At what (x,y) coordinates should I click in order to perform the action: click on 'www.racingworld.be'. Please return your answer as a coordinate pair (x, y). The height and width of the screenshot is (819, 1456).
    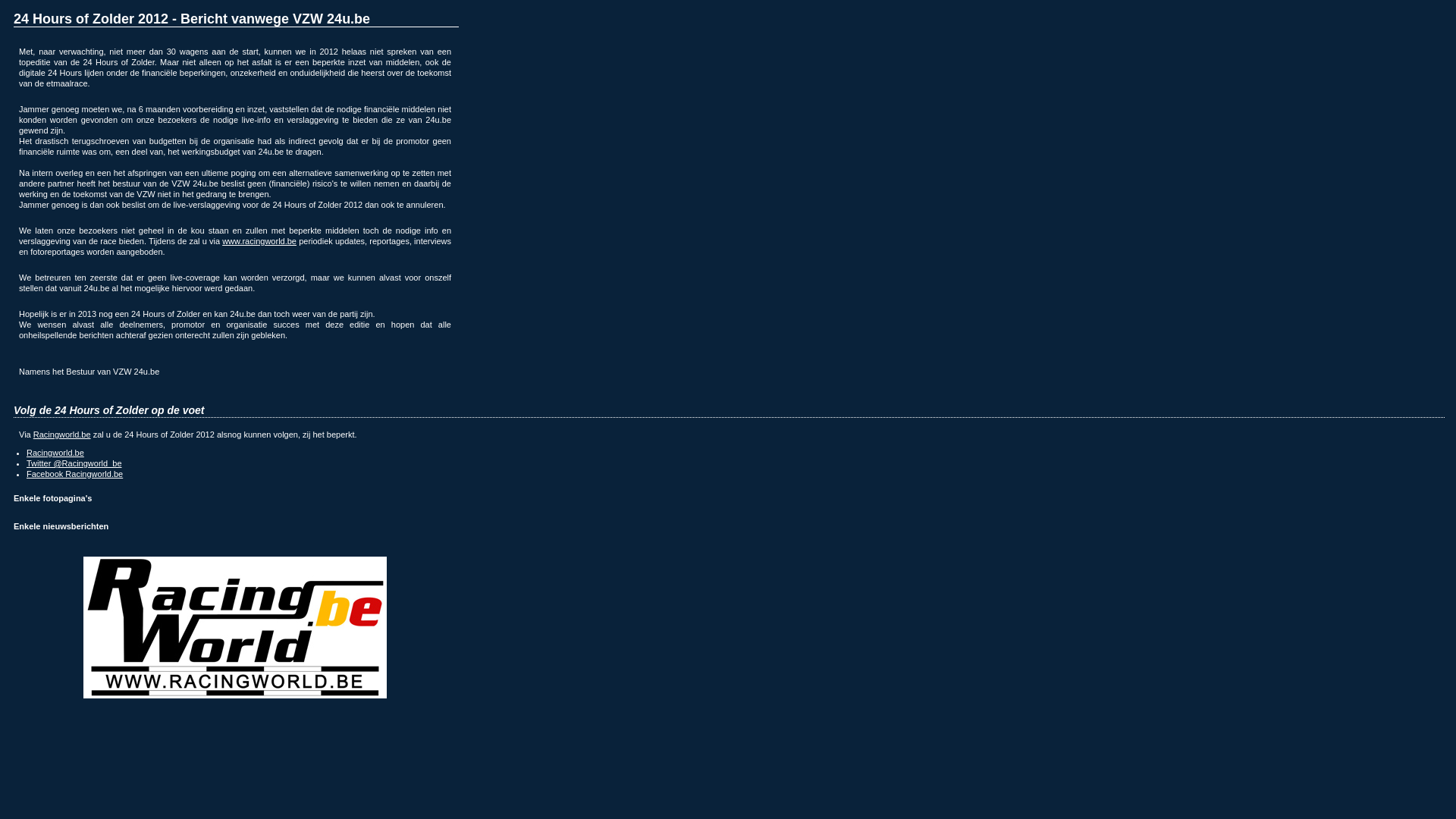
    Looking at the image, I should click on (259, 240).